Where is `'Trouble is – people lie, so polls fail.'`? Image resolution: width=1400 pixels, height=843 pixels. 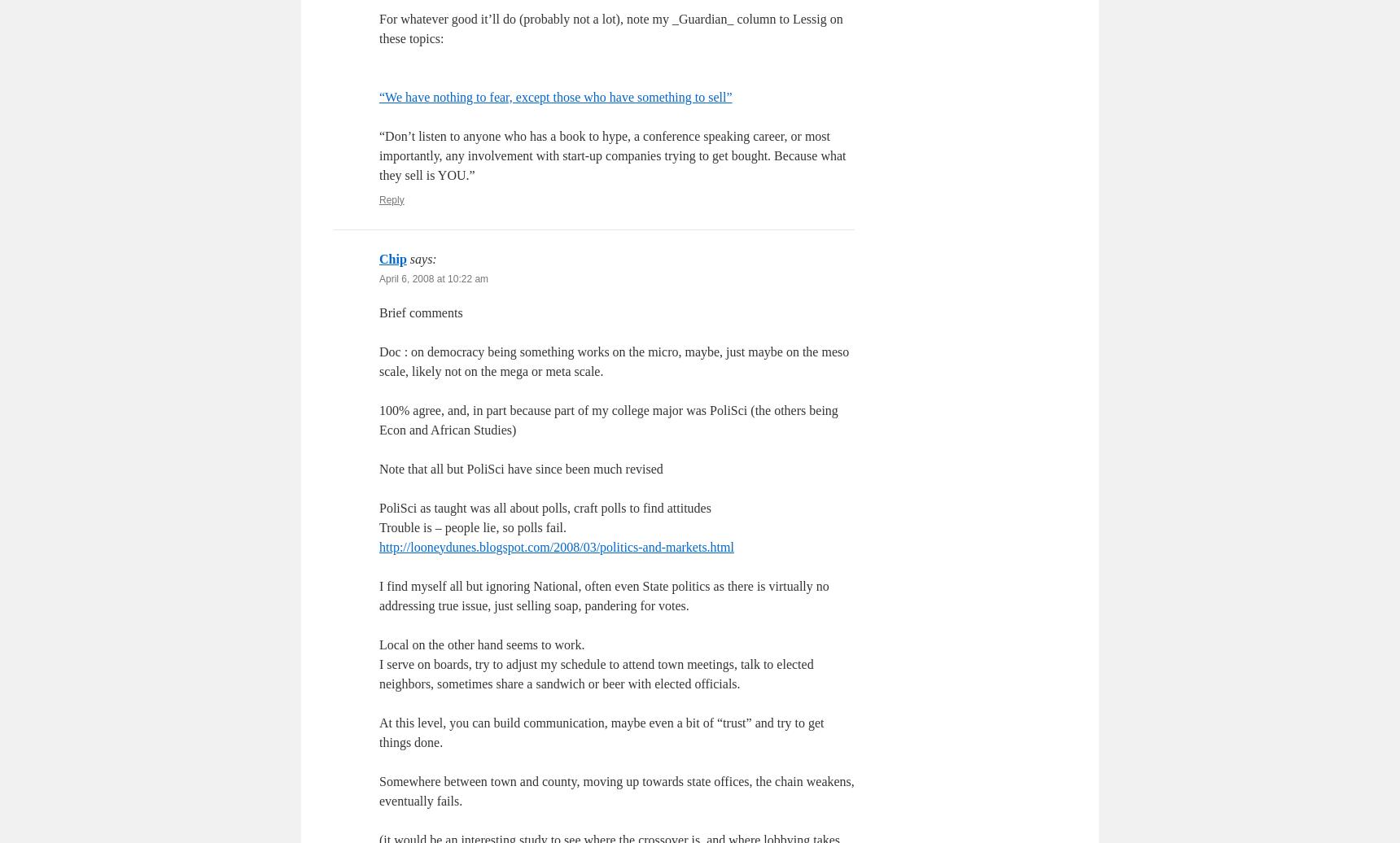
'Trouble is – people lie, so polls fail.' is located at coordinates (472, 526).